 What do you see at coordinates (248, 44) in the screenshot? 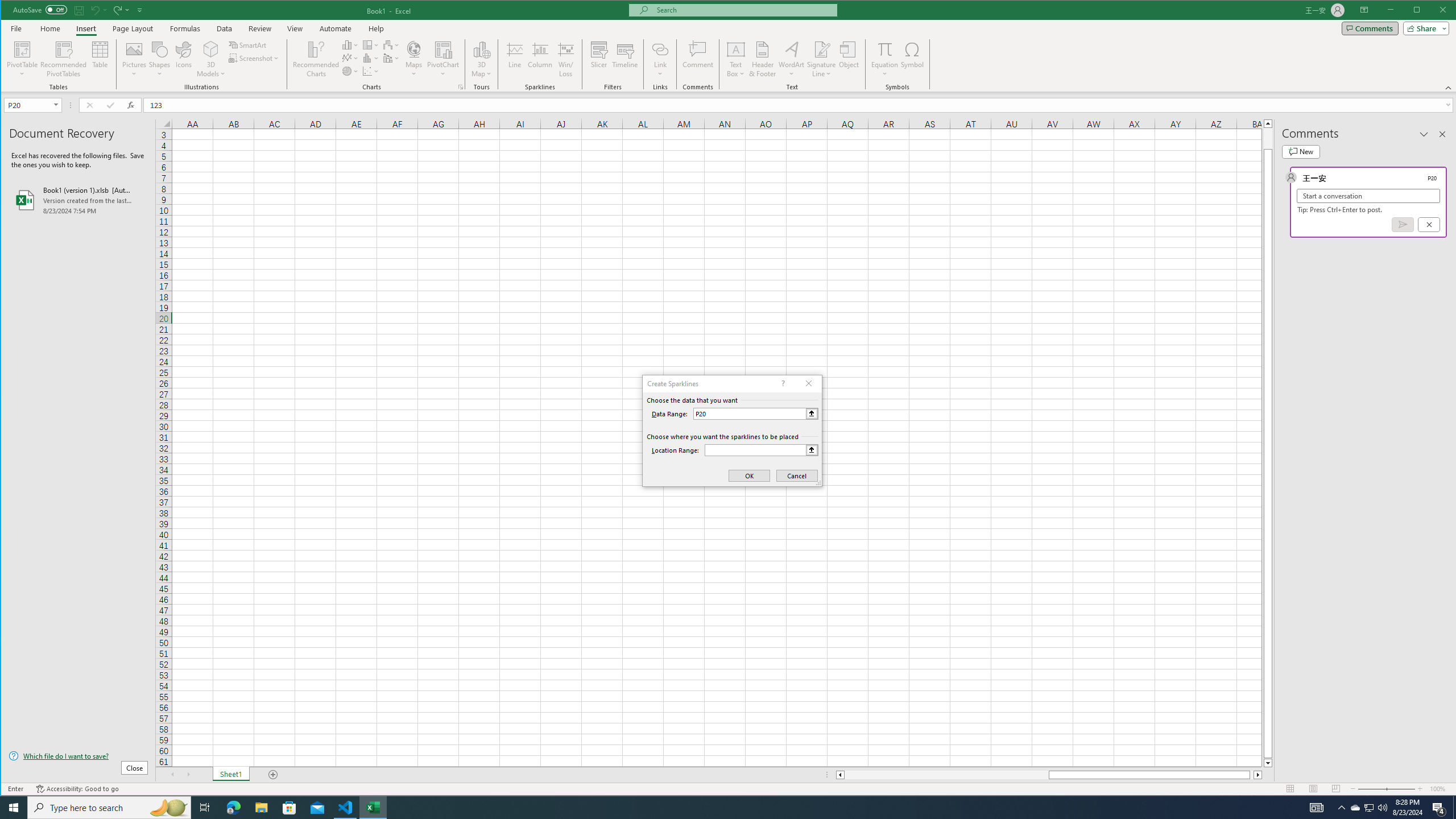
I see `'SmartArt...'` at bounding box center [248, 44].